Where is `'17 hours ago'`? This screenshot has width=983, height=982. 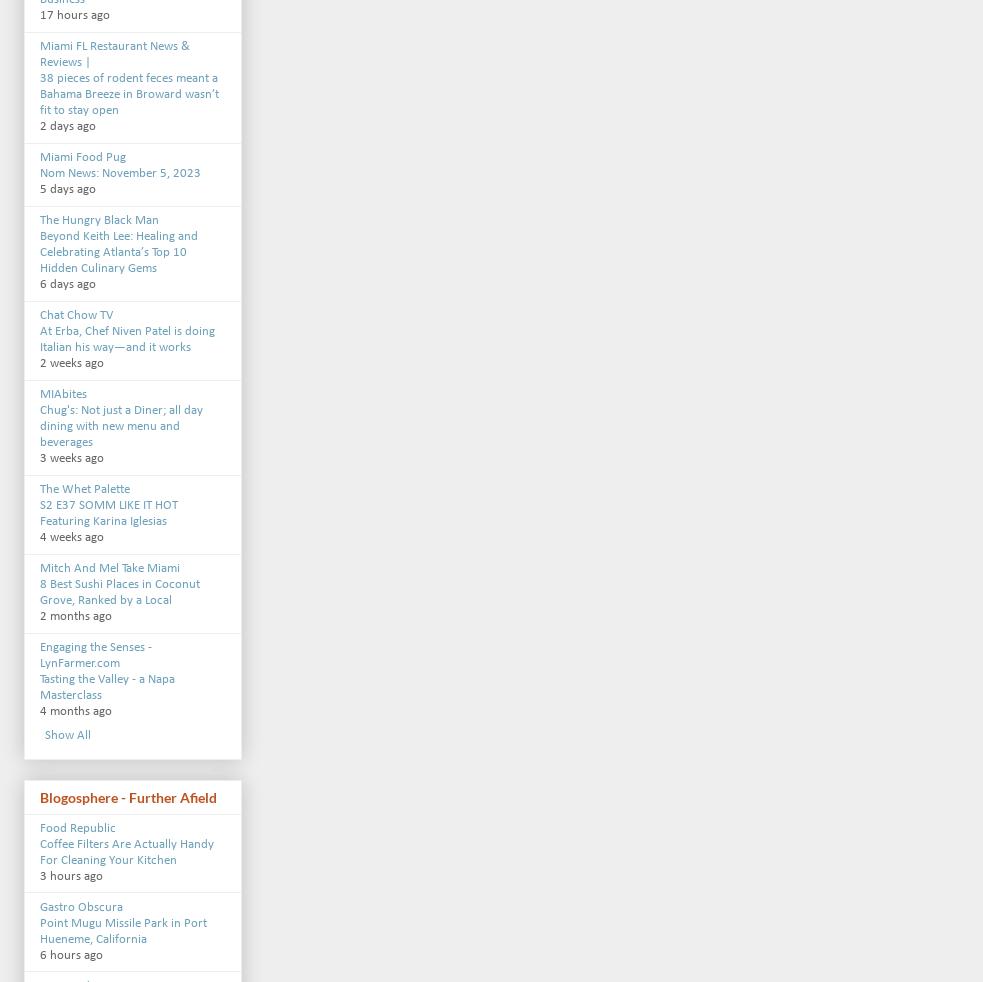
'17 hours ago' is located at coordinates (74, 14).